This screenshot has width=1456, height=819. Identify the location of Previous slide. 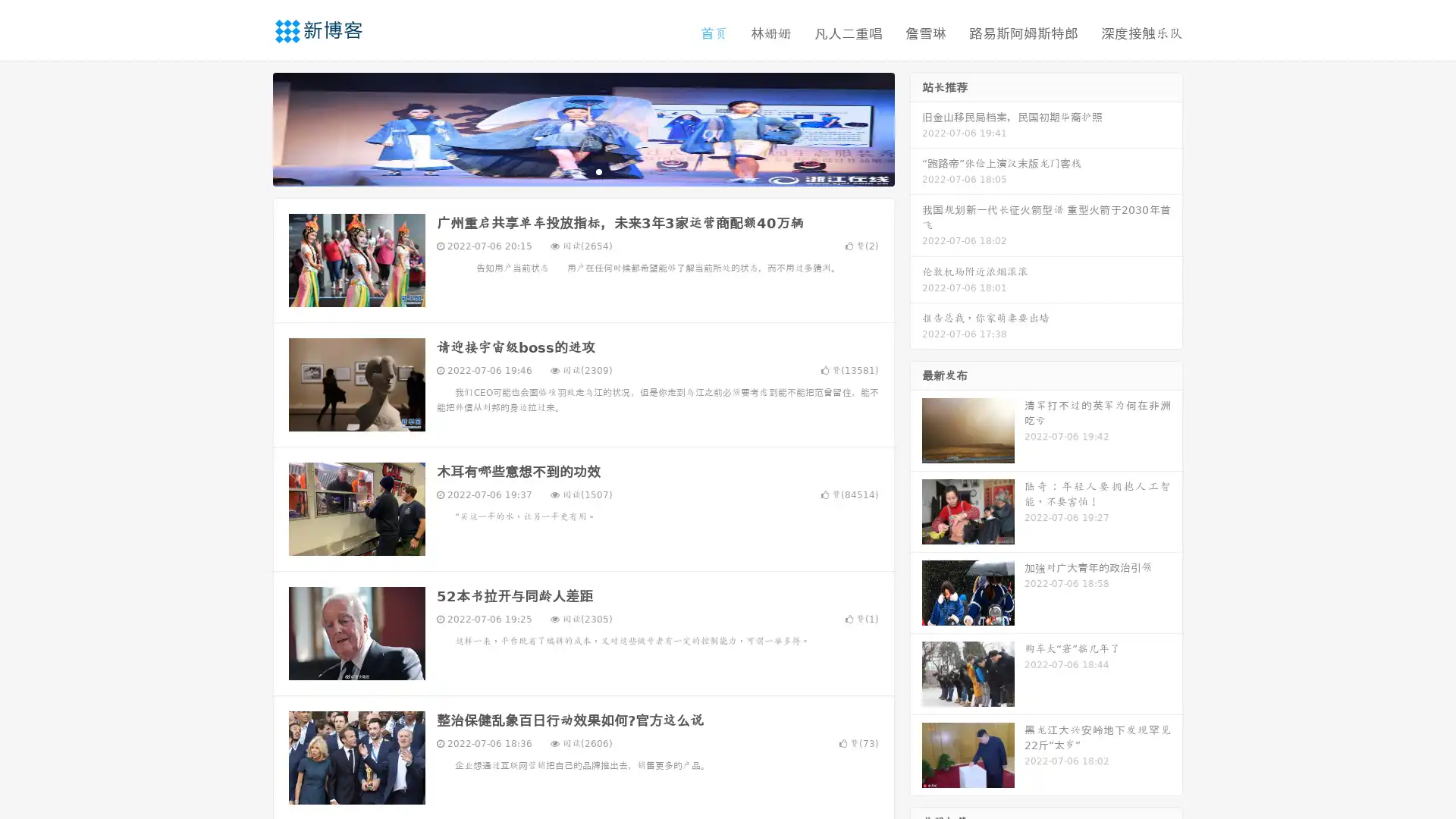
(250, 127).